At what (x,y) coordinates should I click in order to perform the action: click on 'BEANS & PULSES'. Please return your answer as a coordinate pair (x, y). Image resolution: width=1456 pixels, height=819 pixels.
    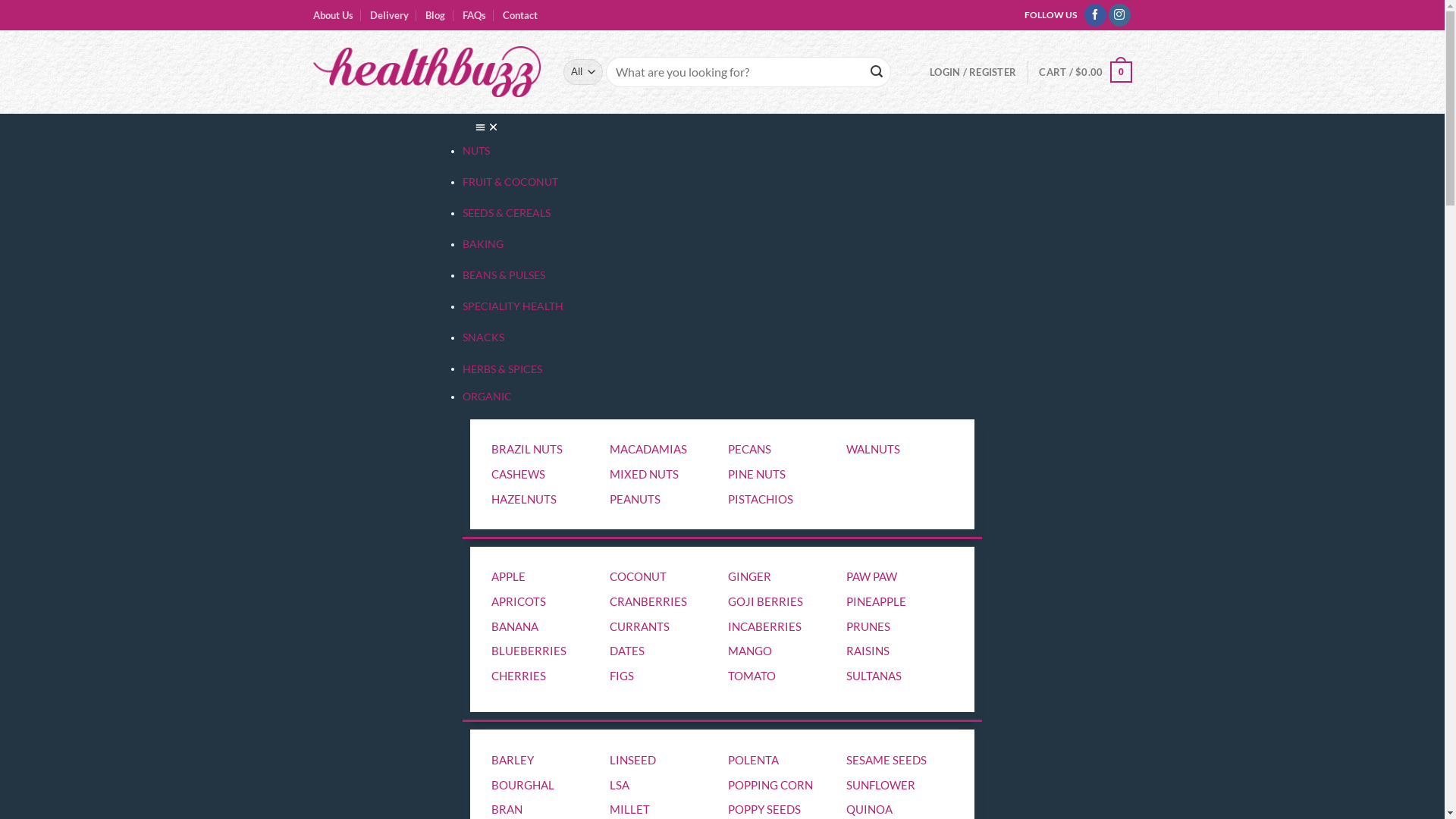
    Looking at the image, I should click on (505, 275).